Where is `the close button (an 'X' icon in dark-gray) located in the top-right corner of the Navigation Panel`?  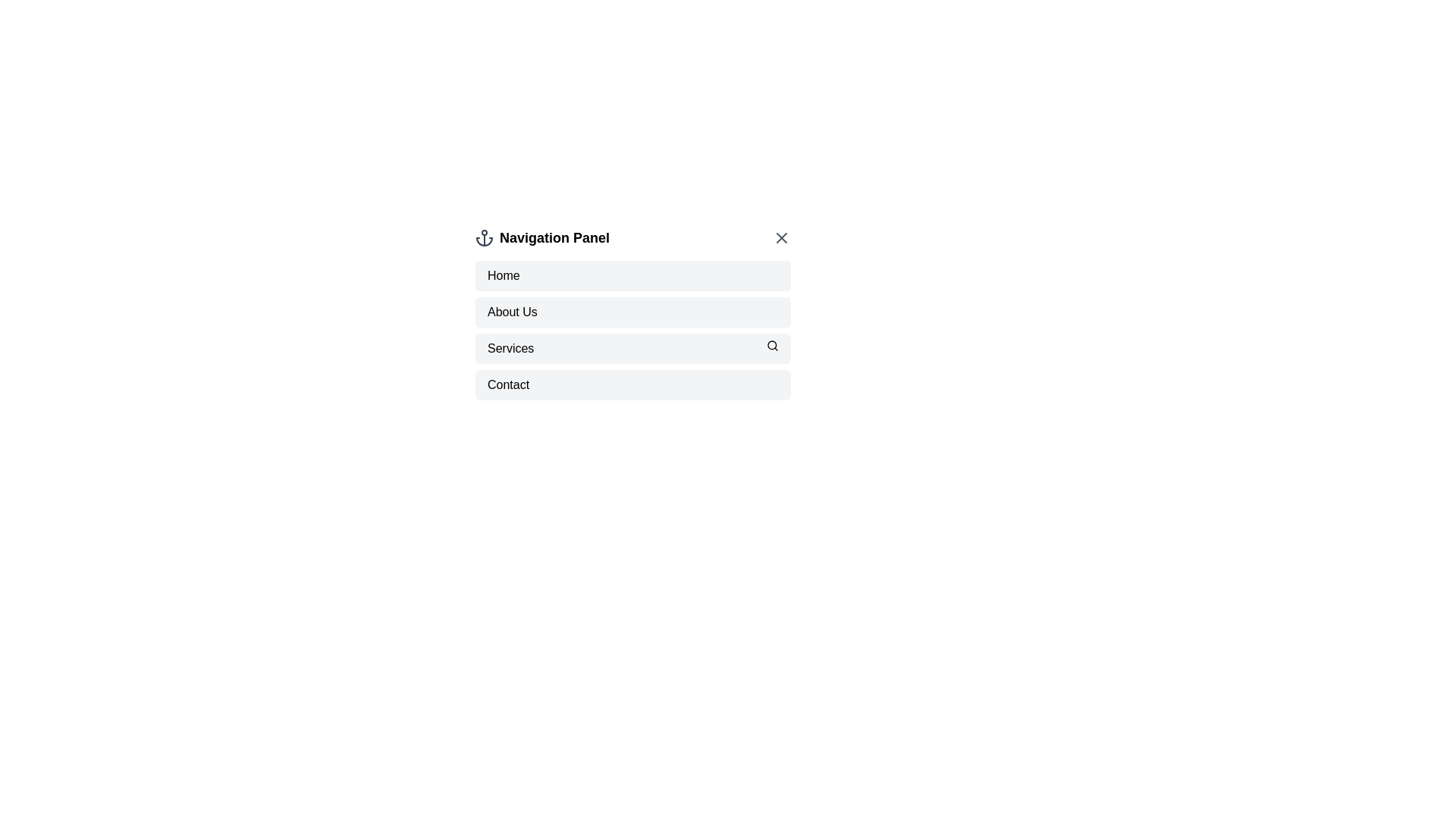 the close button (an 'X' icon in dark-gray) located in the top-right corner of the Navigation Panel is located at coordinates (782, 237).